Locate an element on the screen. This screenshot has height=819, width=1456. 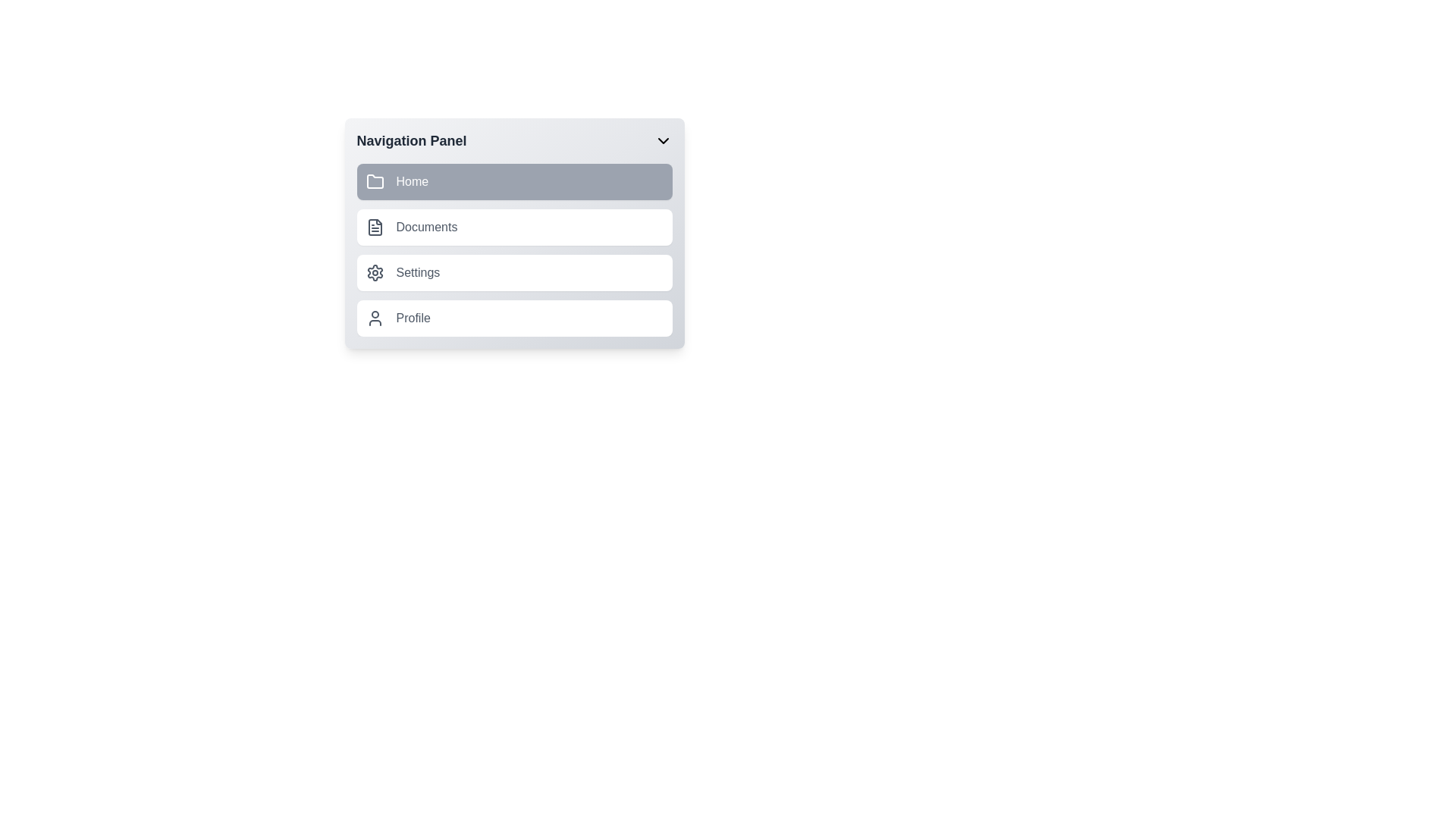
the 'Documents' navigation link located as the second item in the vertical navigation panel is located at coordinates (514, 243).